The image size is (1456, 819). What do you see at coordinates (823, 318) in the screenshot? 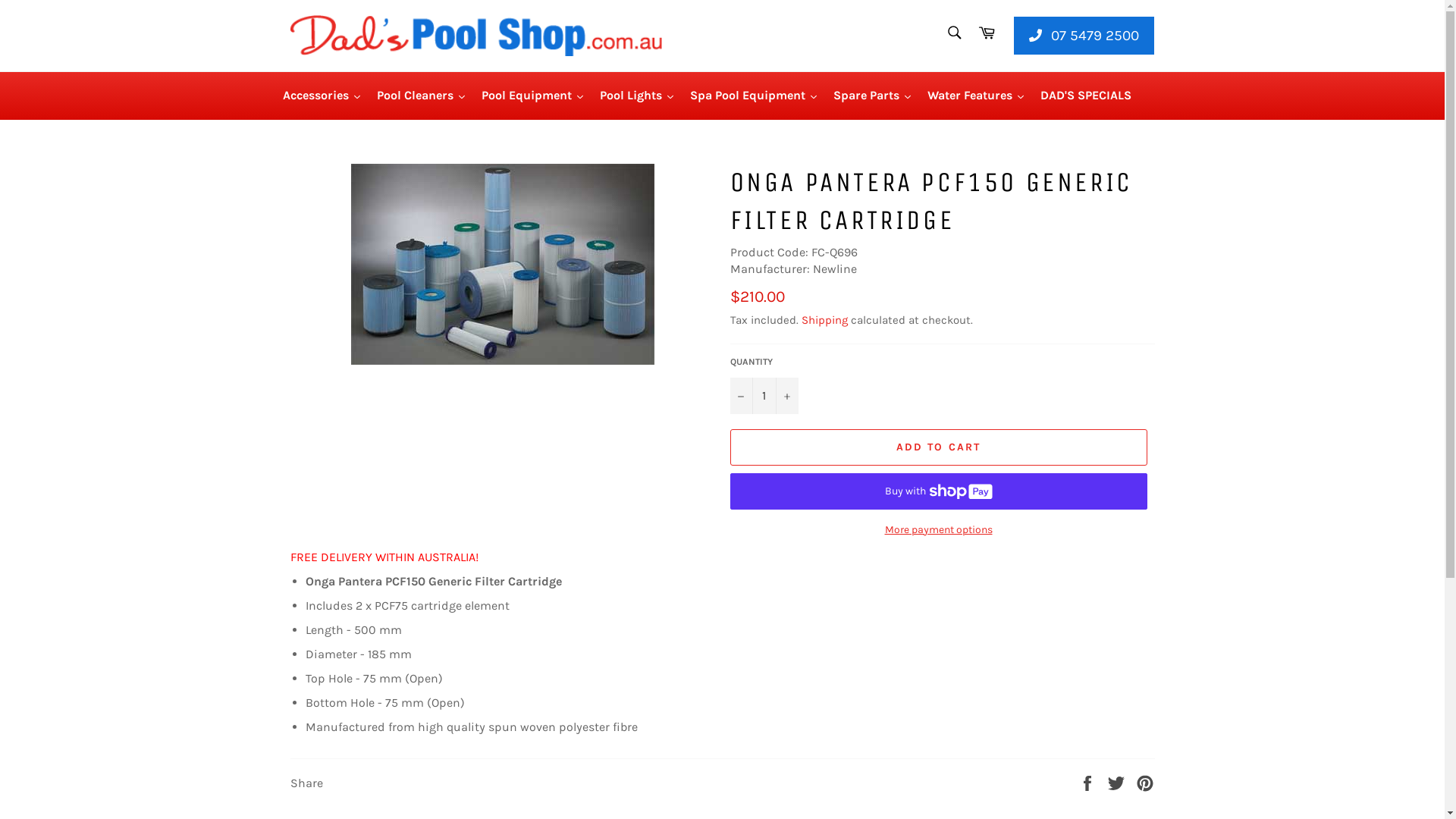
I see `'Shipping'` at bounding box center [823, 318].